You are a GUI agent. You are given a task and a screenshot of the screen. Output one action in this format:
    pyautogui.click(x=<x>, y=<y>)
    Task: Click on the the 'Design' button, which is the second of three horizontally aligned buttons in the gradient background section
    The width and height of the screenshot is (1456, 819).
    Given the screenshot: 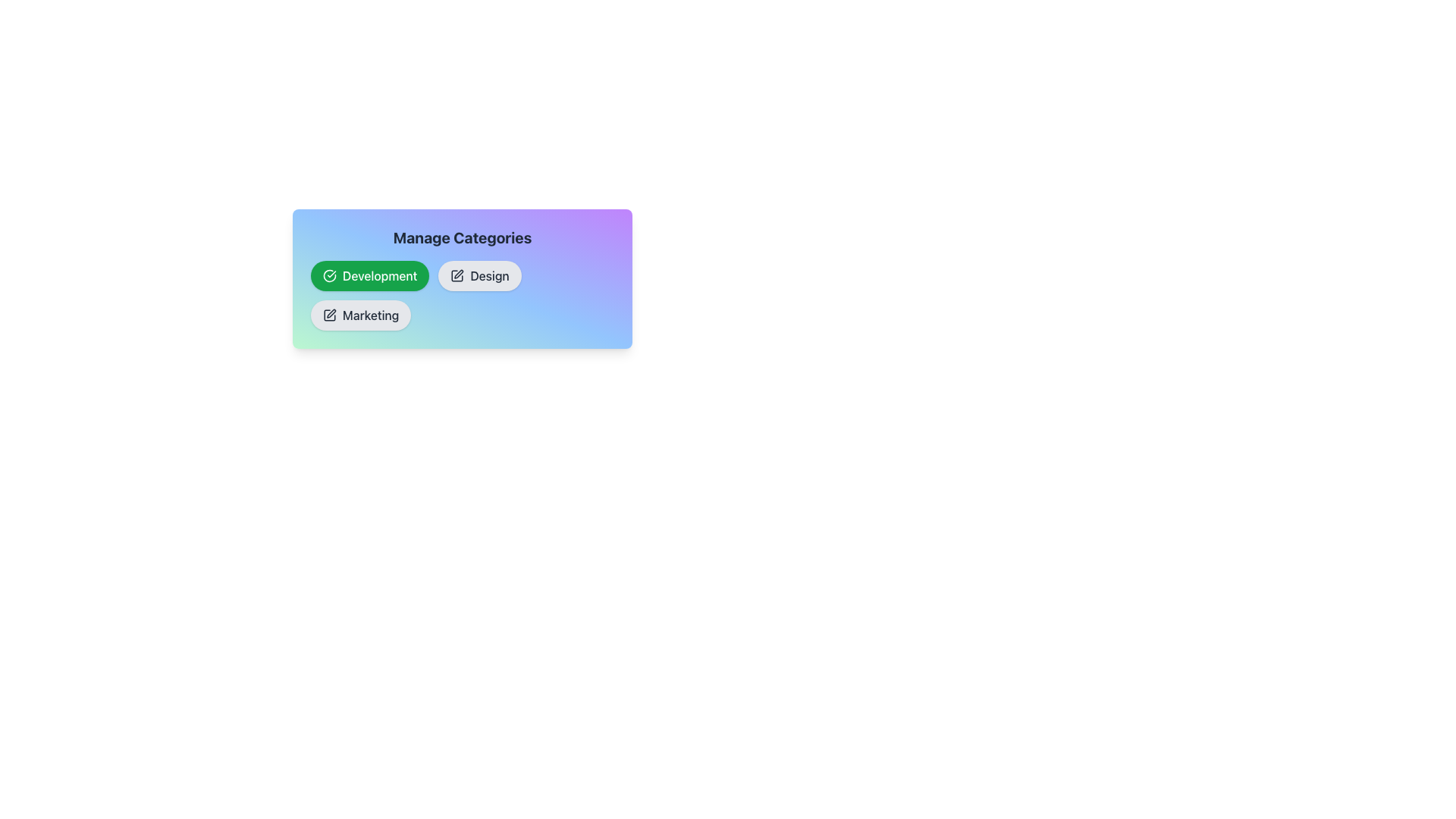 What is the action you would take?
    pyautogui.click(x=461, y=278)
    